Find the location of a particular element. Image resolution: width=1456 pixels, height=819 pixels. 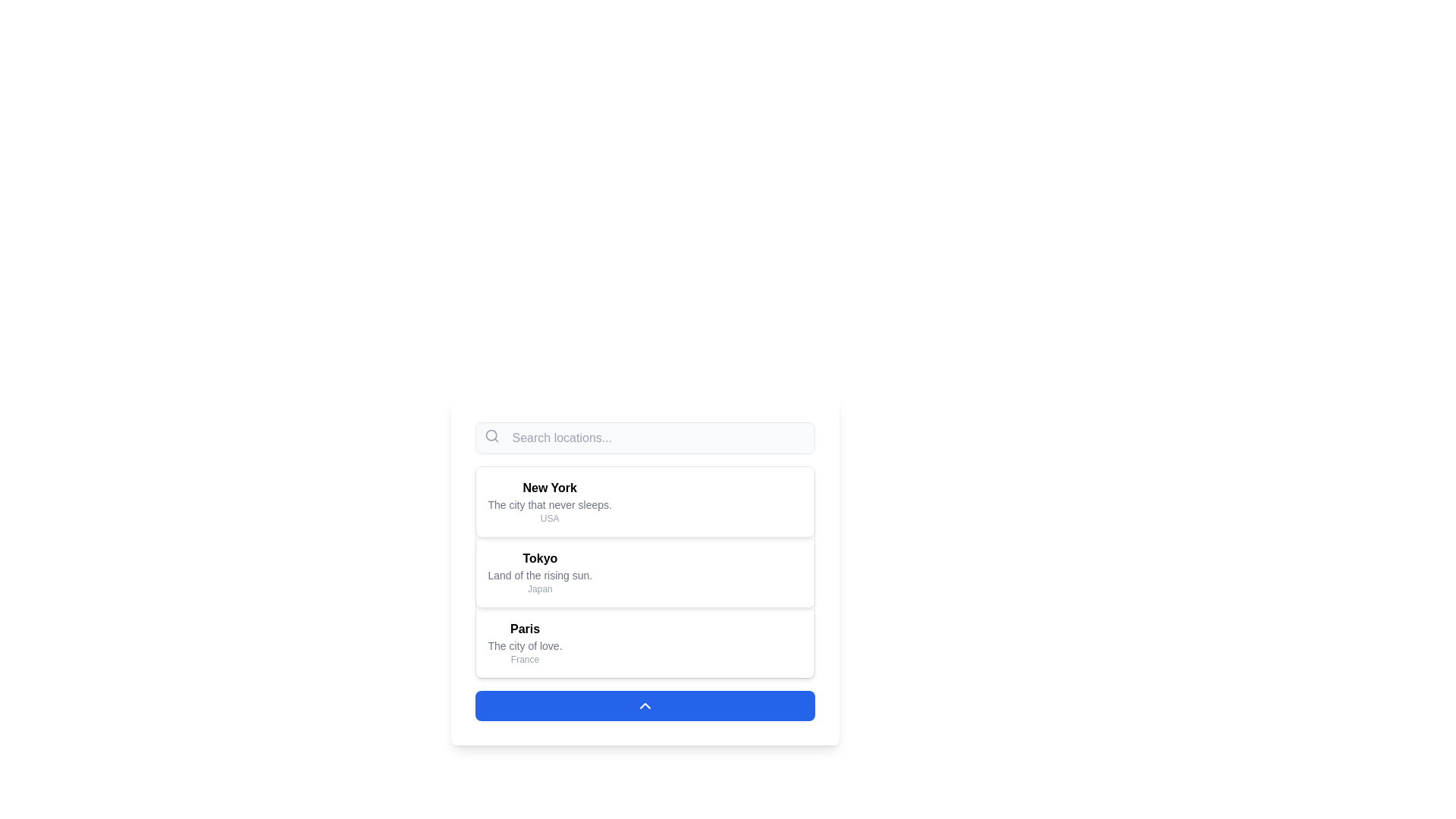

the informational text label displaying the country associated with the location 'New York', located at the lower part of the card-like block beneath the sentence 'The city that never sleeps' is located at coordinates (549, 517).